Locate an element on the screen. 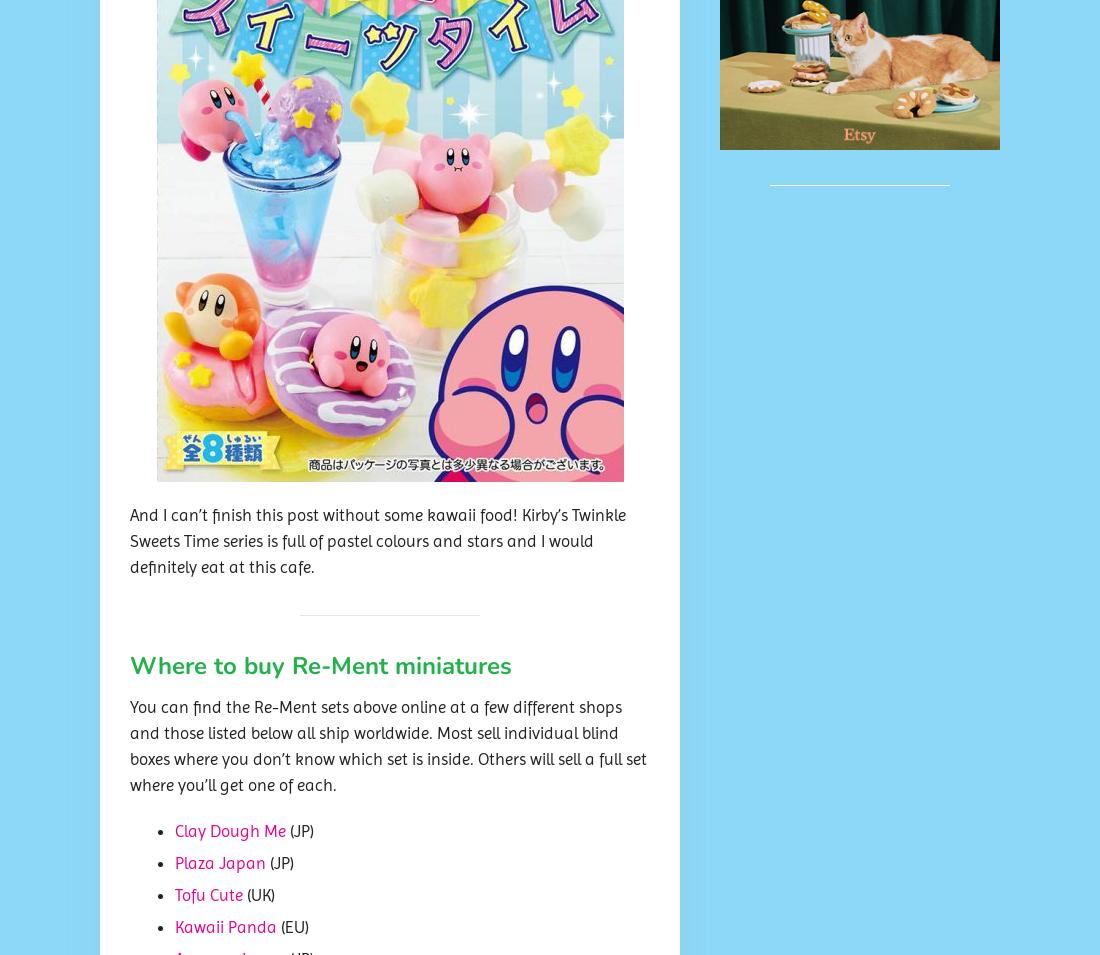 This screenshot has height=955, width=1100. '(EU)' is located at coordinates (292, 927).